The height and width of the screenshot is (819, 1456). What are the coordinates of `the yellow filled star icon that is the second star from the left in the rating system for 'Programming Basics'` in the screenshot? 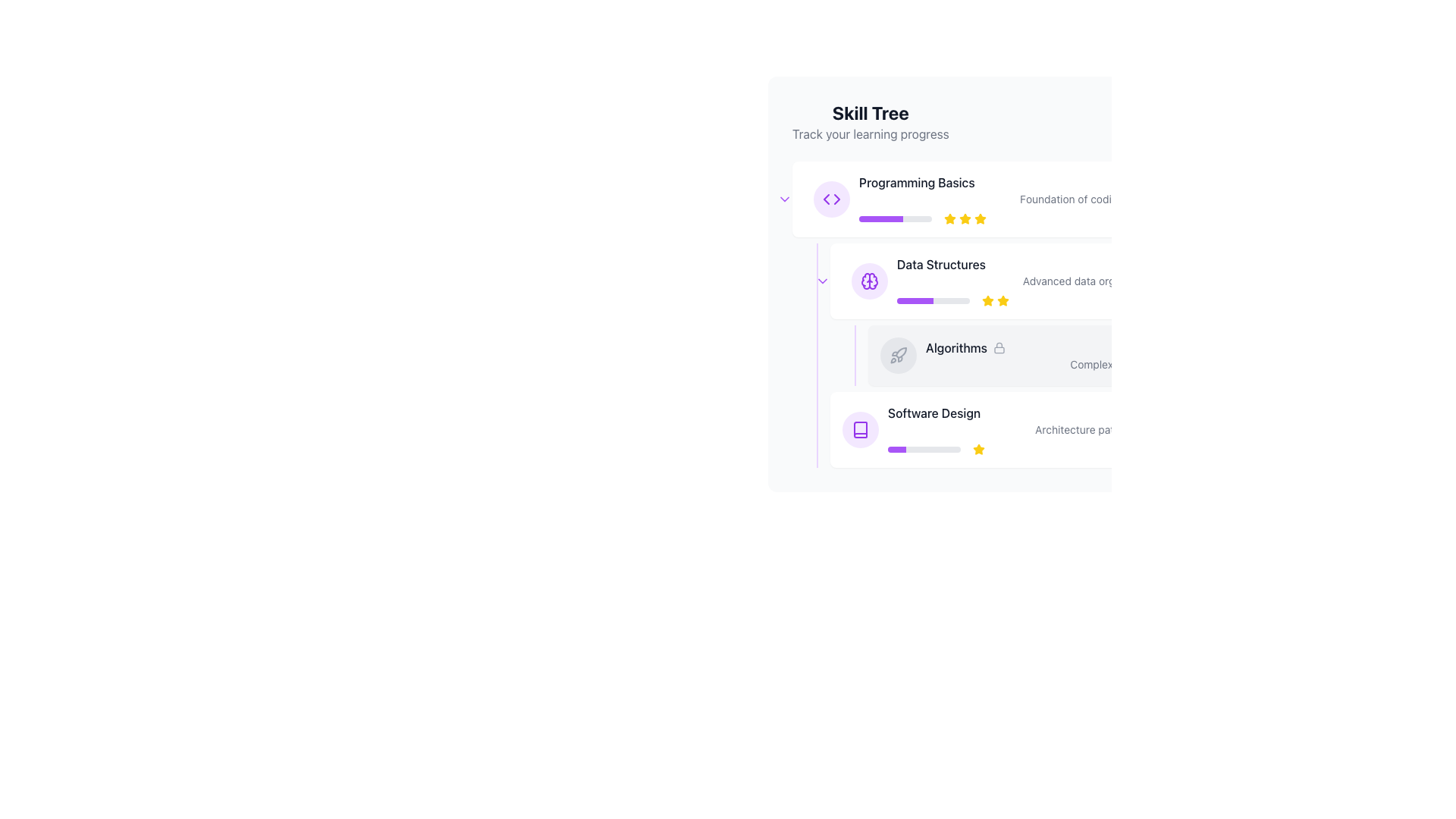 It's located at (964, 218).